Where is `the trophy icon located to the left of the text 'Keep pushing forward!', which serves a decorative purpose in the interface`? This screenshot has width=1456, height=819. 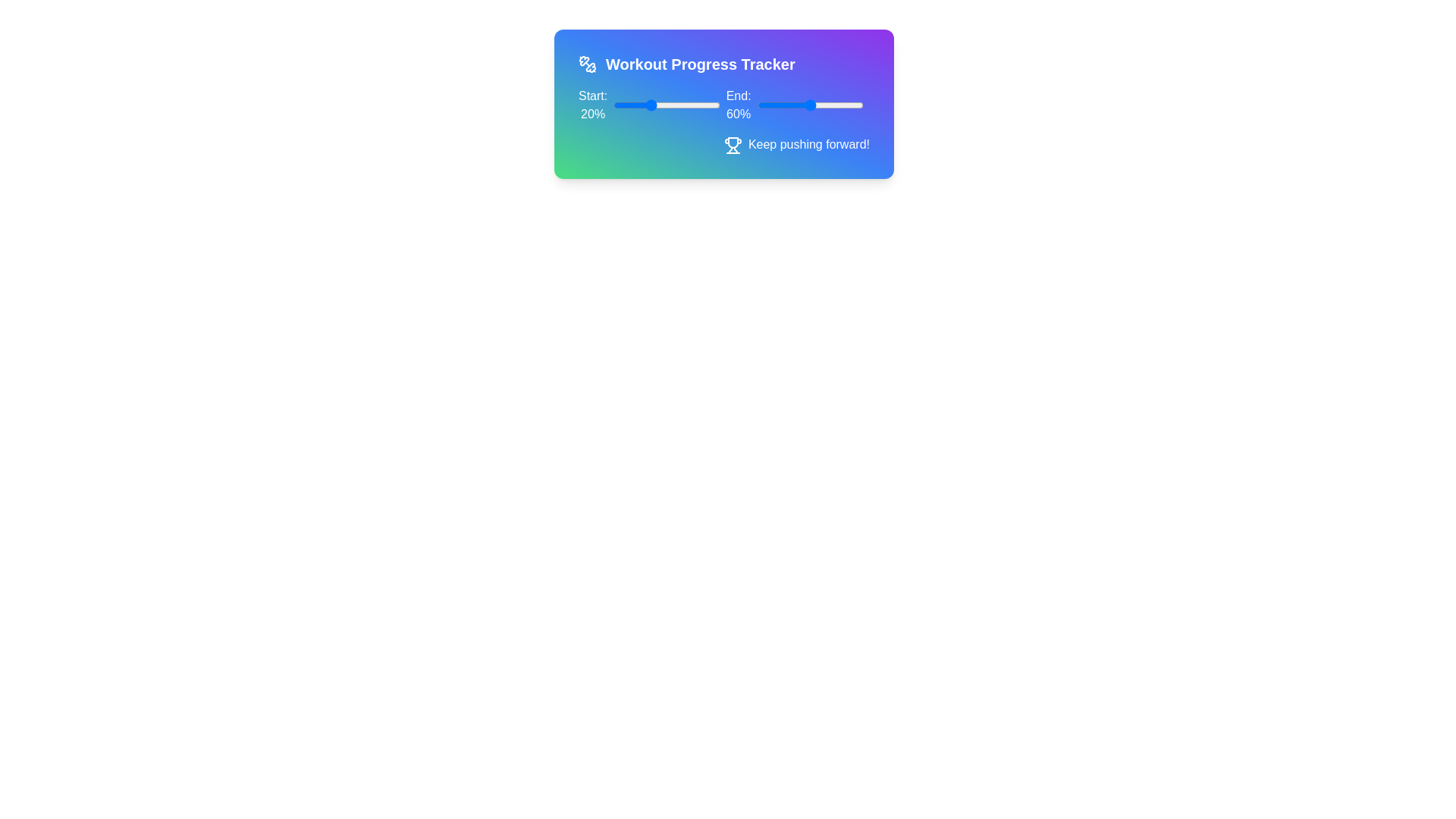
the trophy icon located to the left of the text 'Keep pushing forward!', which serves a decorative purpose in the interface is located at coordinates (733, 145).